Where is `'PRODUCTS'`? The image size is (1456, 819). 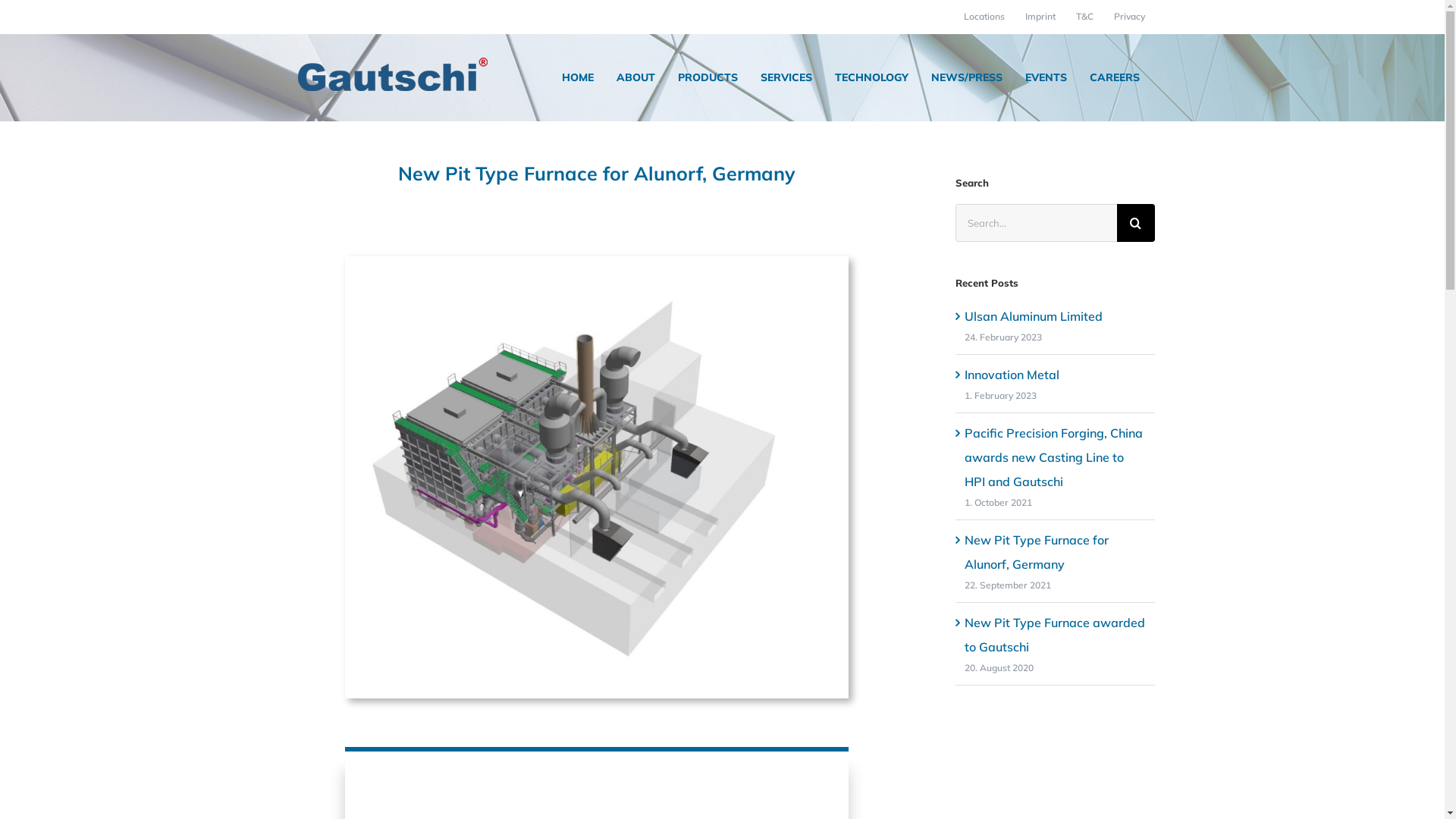
'PRODUCTS' is located at coordinates (707, 77).